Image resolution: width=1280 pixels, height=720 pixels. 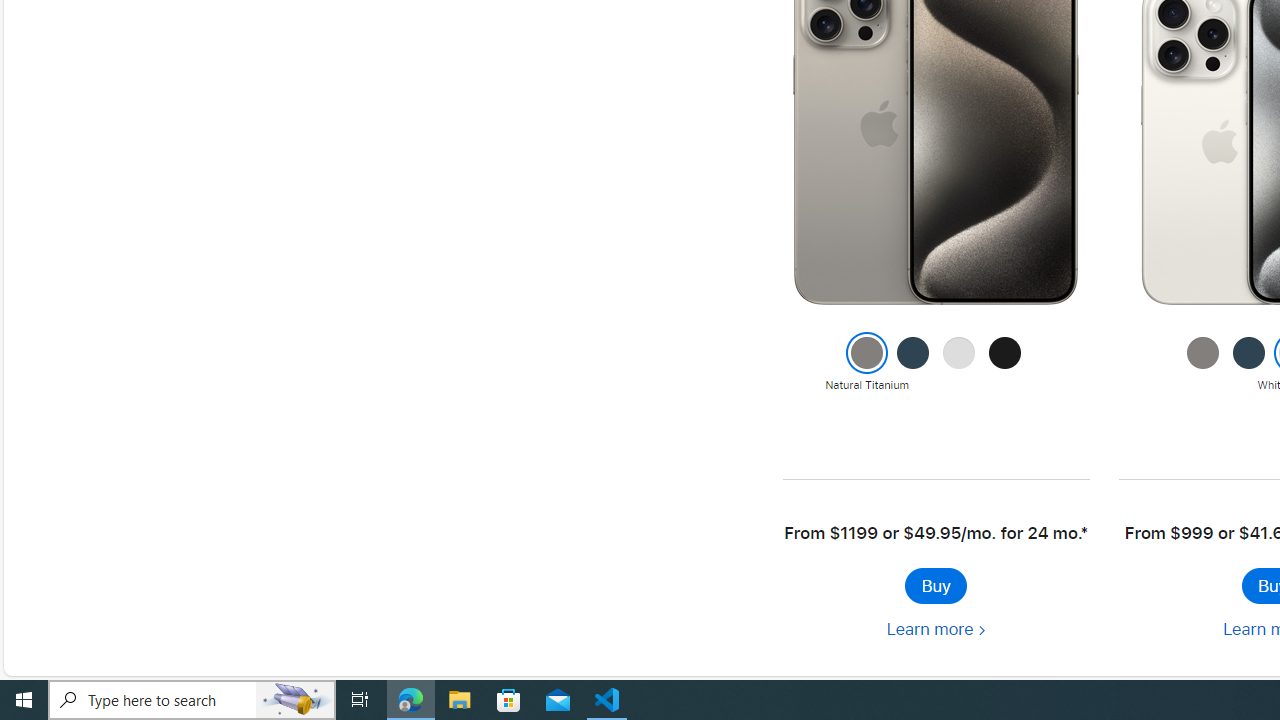 I want to click on 'Black Titanium', so click(x=1005, y=363).